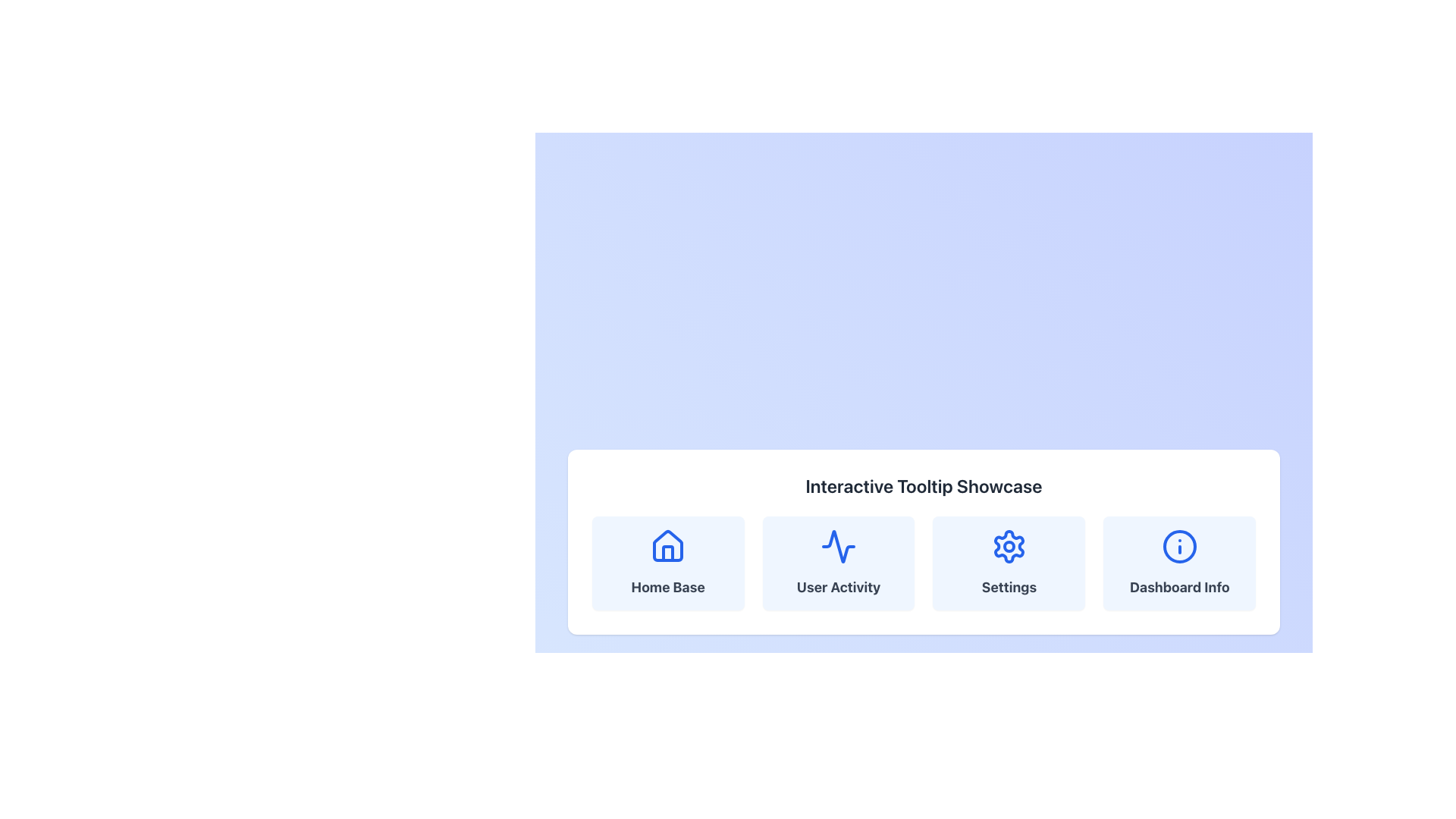  What do you see at coordinates (667, 546) in the screenshot?
I see `the stylized house icon located in the first segment of the menu items at the bottom of the interface, which is directly above the 'Home Base' label` at bounding box center [667, 546].